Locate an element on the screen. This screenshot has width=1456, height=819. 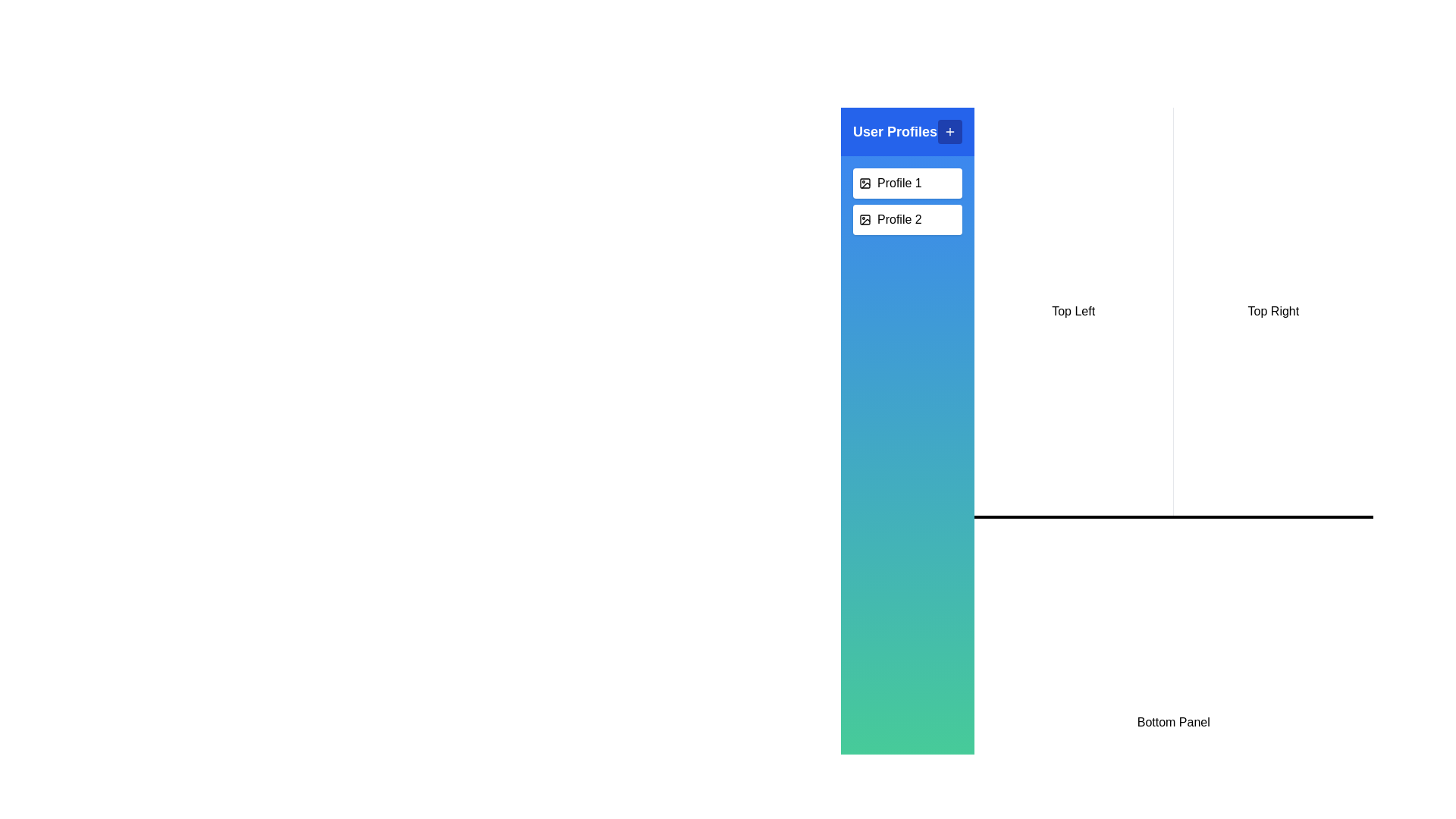
the 'User Profiles' label, which displays bold white text on a dark blue background, located at the top left of the vertical panel adjacent to a plus symbol icon is located at coordinates (895, 130).